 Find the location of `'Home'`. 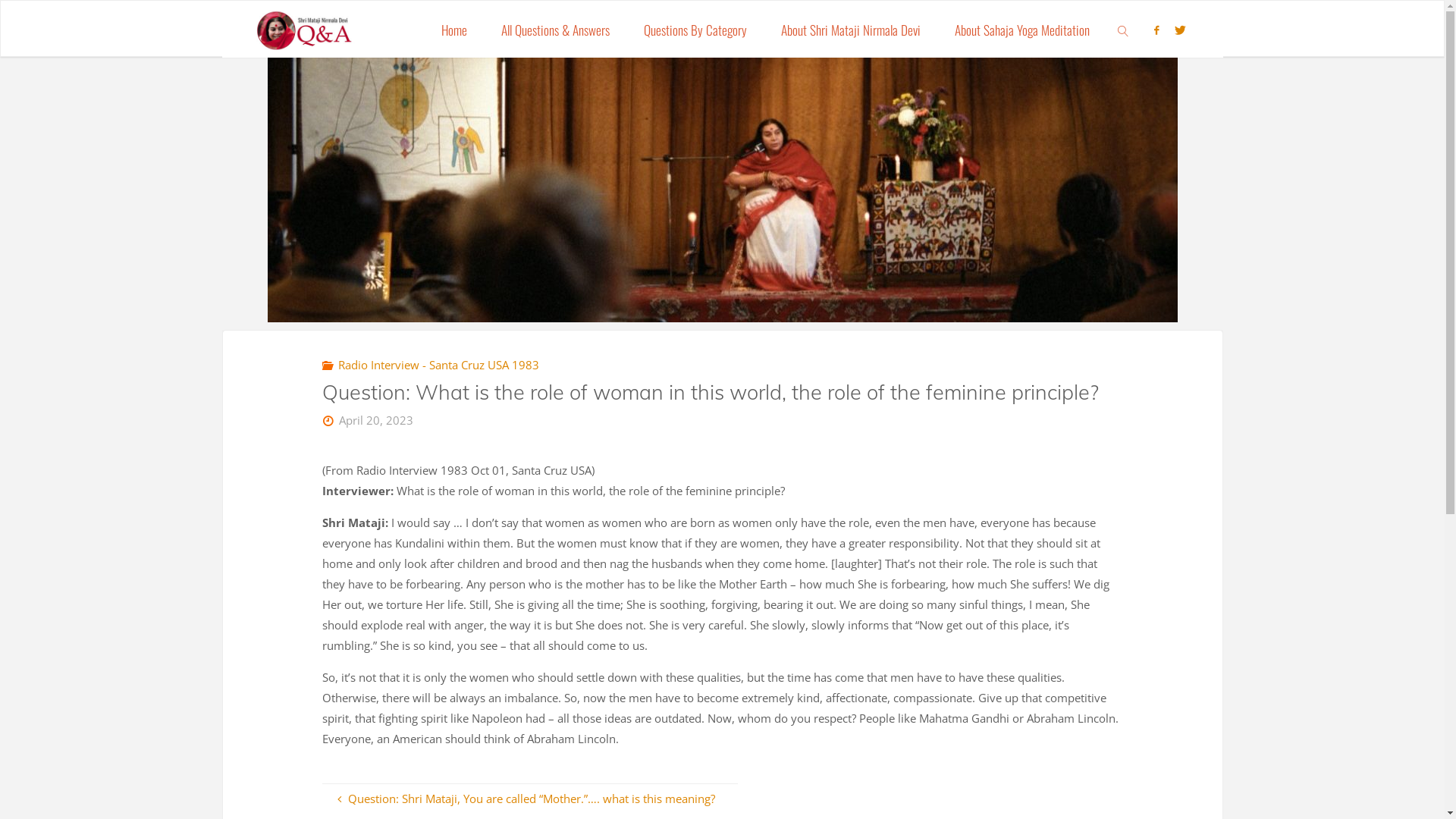

'Home' is located at coordinates (453, 29).